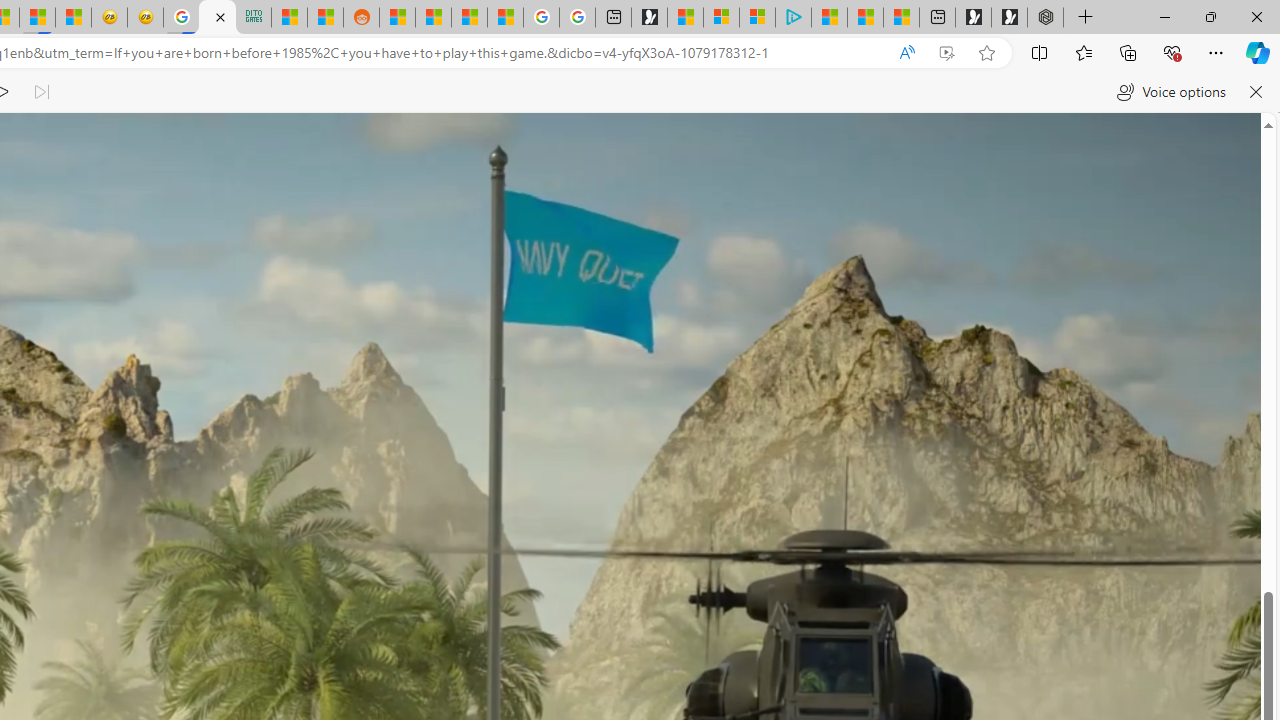 The height and width of the screenshot is (720, 1280). Describe the element at coordinates (1254, 92) in the screenshot. I see `'Close read aloud'` at that location.